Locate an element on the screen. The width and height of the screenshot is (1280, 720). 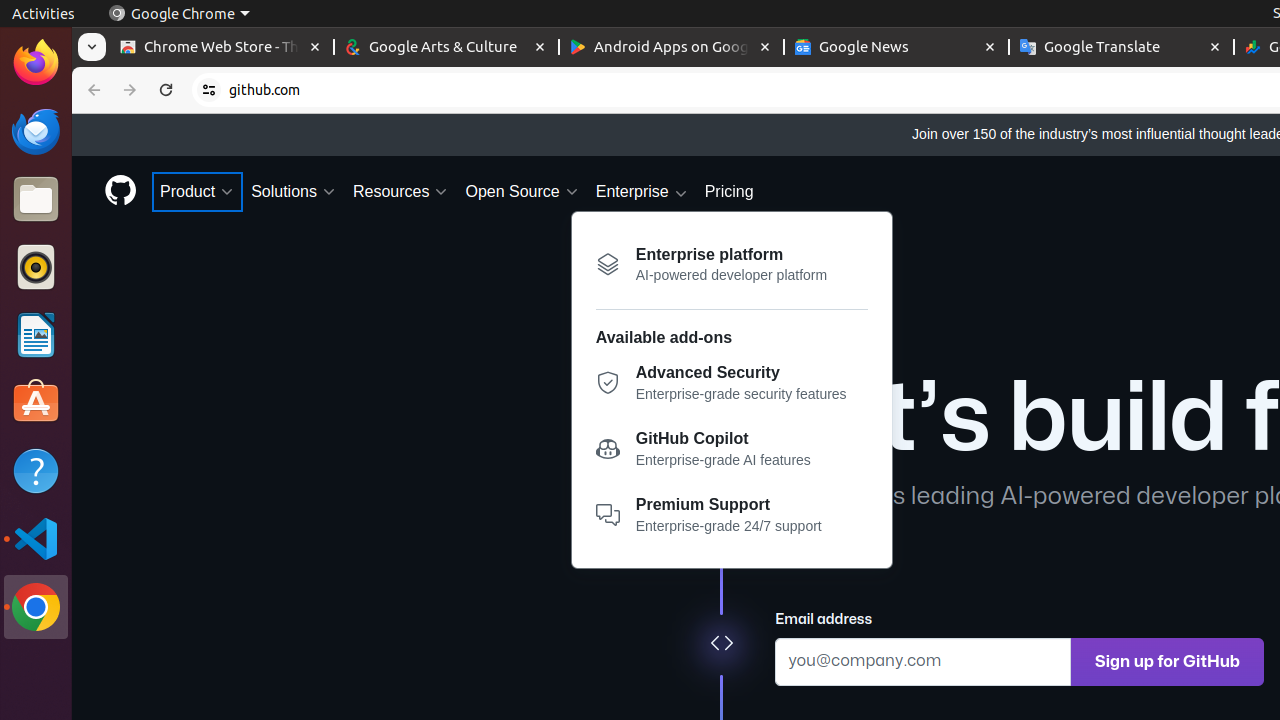
'Thunderbird Mail' is located at coordinates (35, 130).